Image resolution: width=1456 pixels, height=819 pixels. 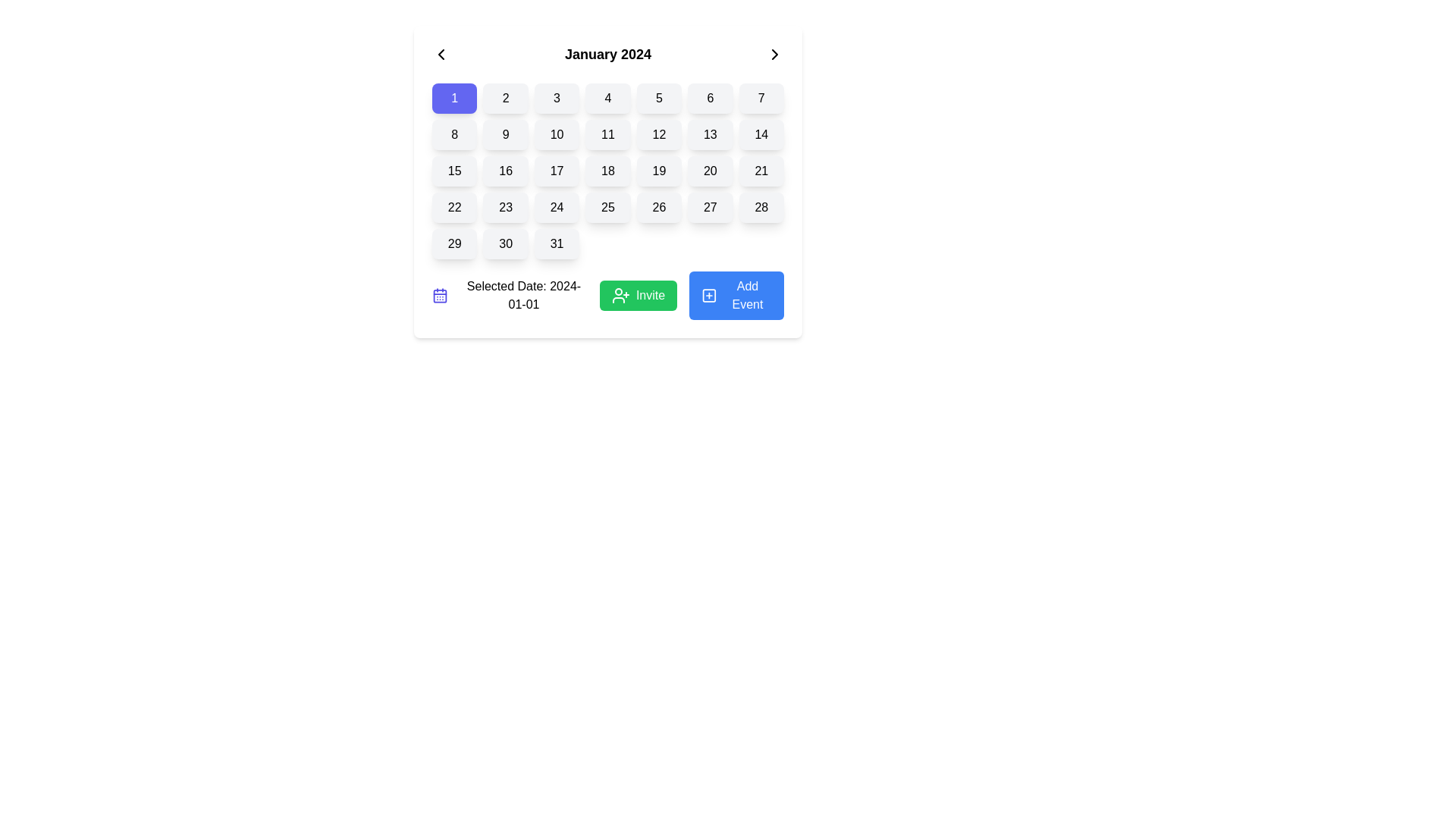 I want to click on the Calendar Day Cell displaying the date '17', so click(x=556, y=171).